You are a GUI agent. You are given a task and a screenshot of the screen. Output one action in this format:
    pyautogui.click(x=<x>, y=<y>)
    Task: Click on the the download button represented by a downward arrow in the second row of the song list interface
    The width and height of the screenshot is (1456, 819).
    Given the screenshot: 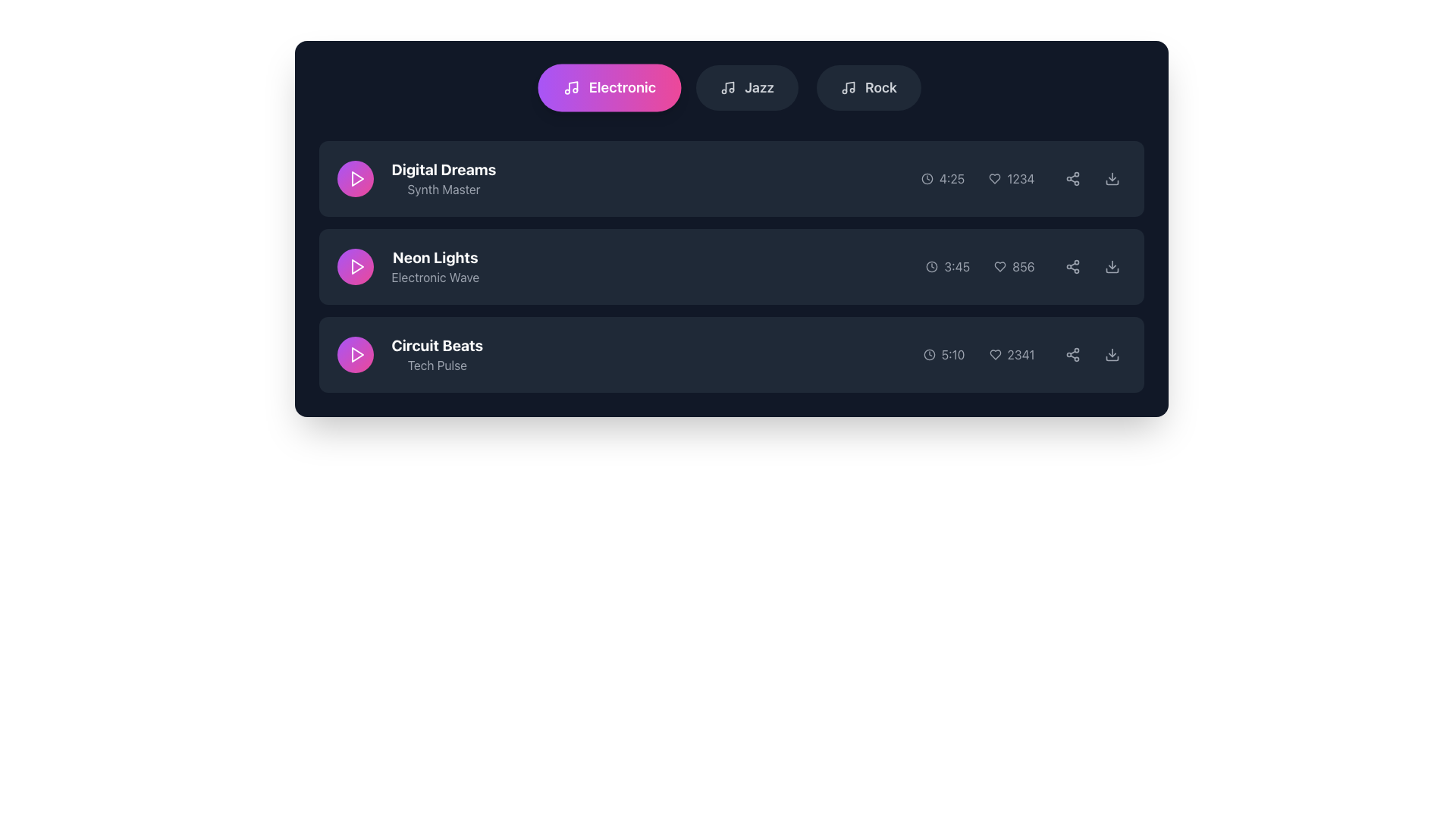 What is the action you would take?
    pyautogui.click(x=1112, y=265)
    